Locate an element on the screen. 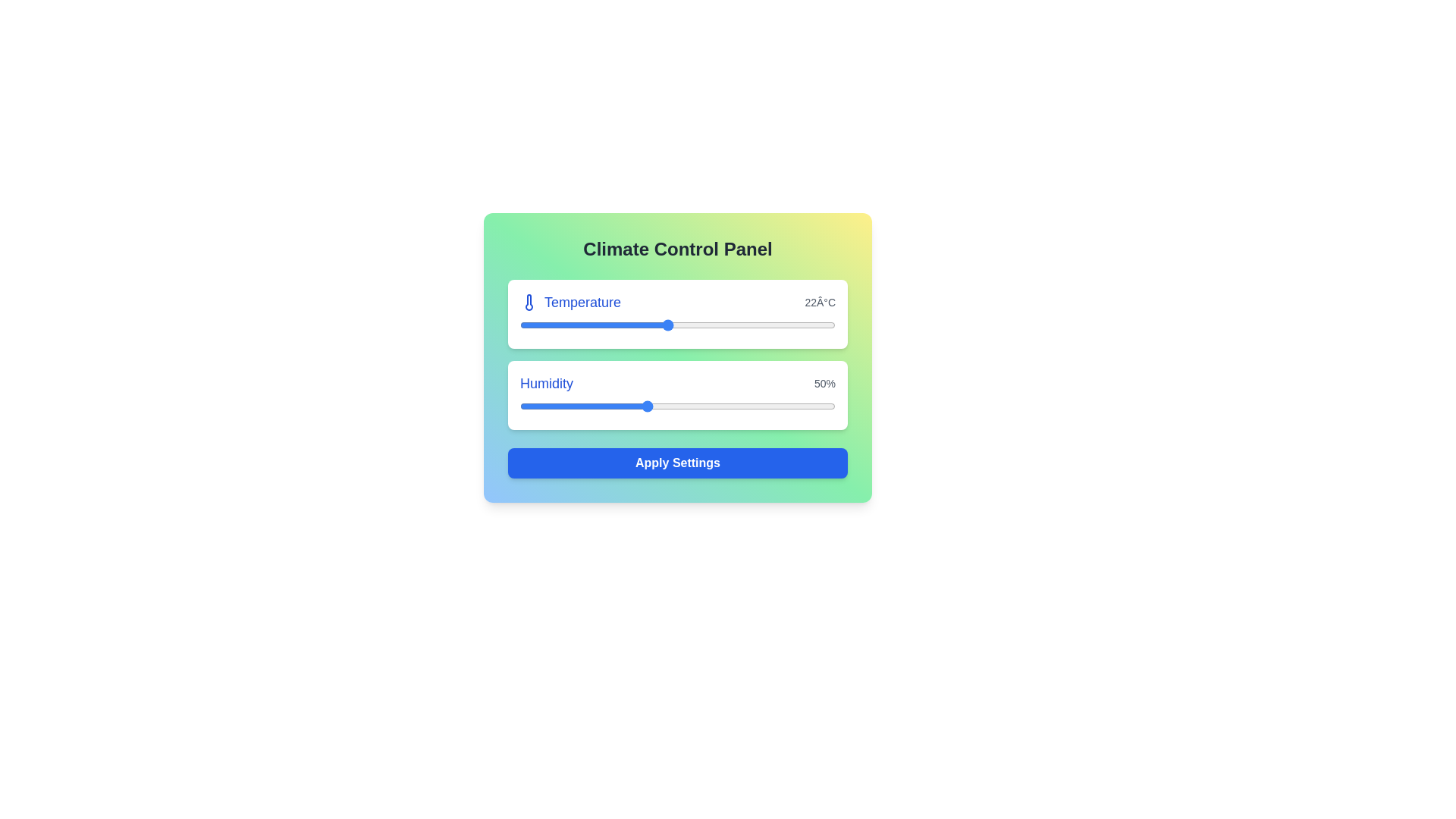 The width and height of the screenshot is (1456, 819). the temperature icon located to the left of the 'Temperature' text in the temperature adjustment section is located at coordinates (529, 302).